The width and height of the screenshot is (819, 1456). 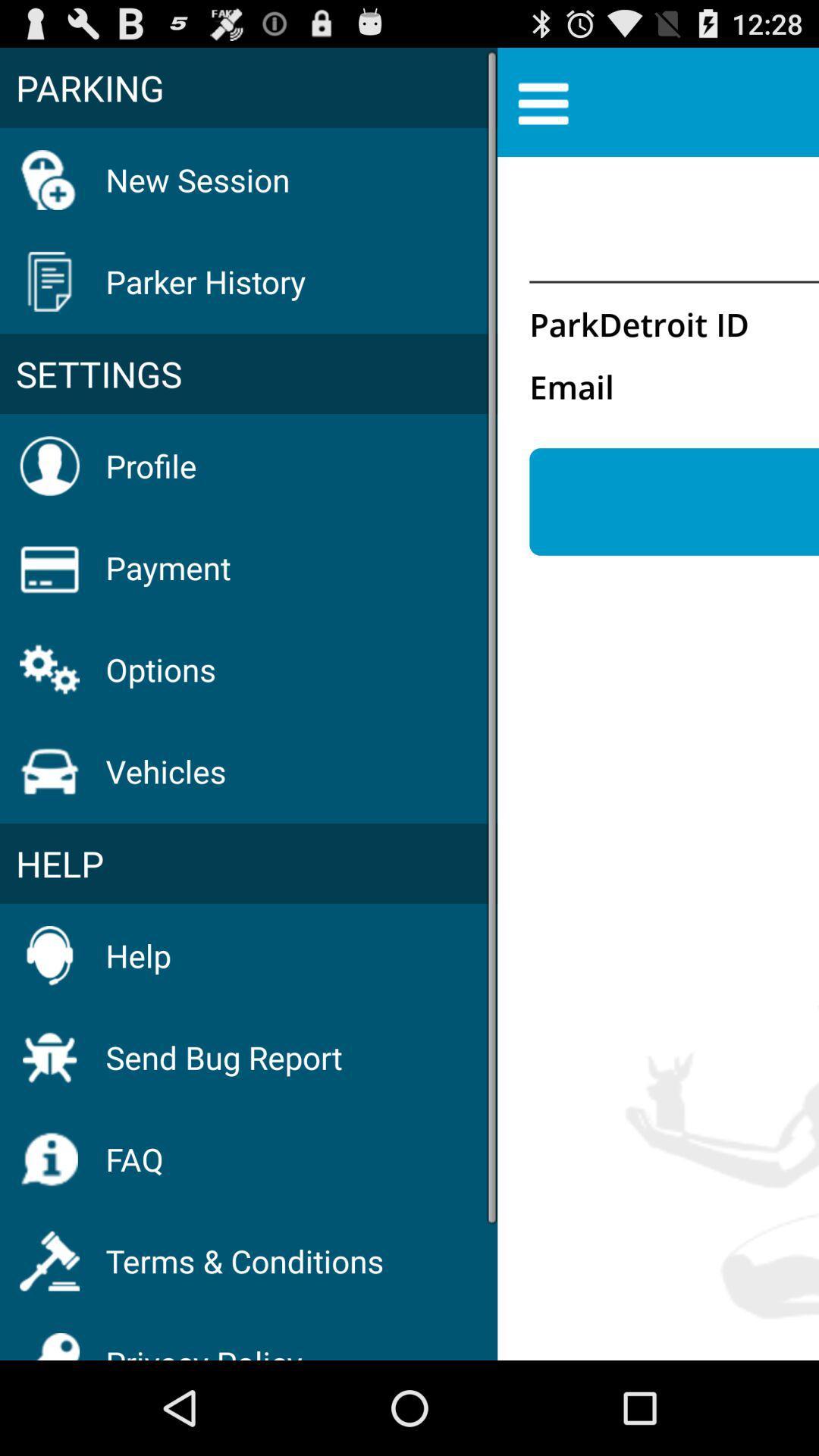 What do you see at coordinates (224, 1056) in the screenshot?
I see `the icon above the faq` at bounding box center [224, 1056].